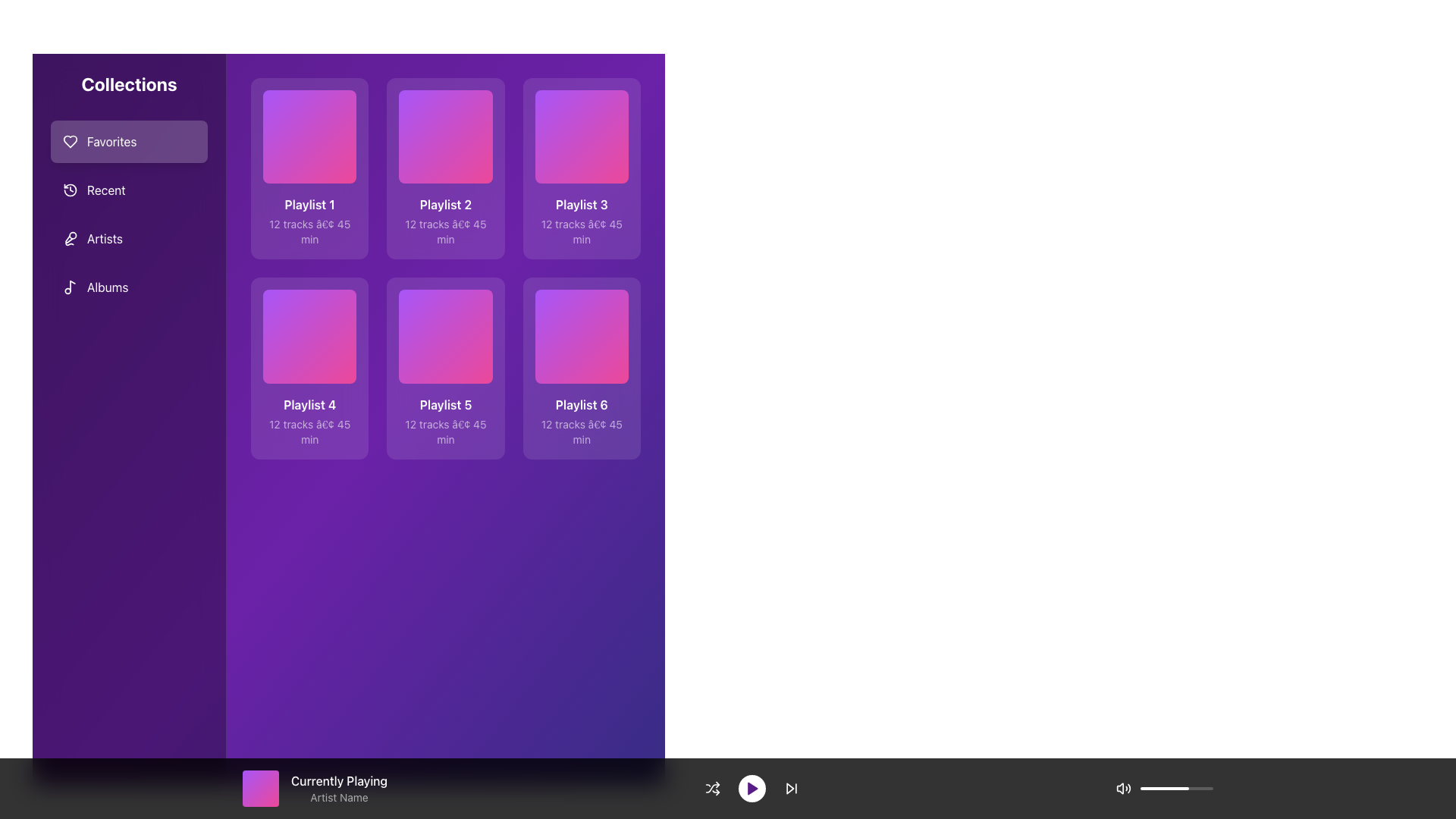  What do you see at coordinates (444, 232) in the screenshot?
I see `the descriptive Label indicating the number of tracks and total duration for 'Playlist 2', located within the 'Playlist 2' card` at bounding box center [444, 232].